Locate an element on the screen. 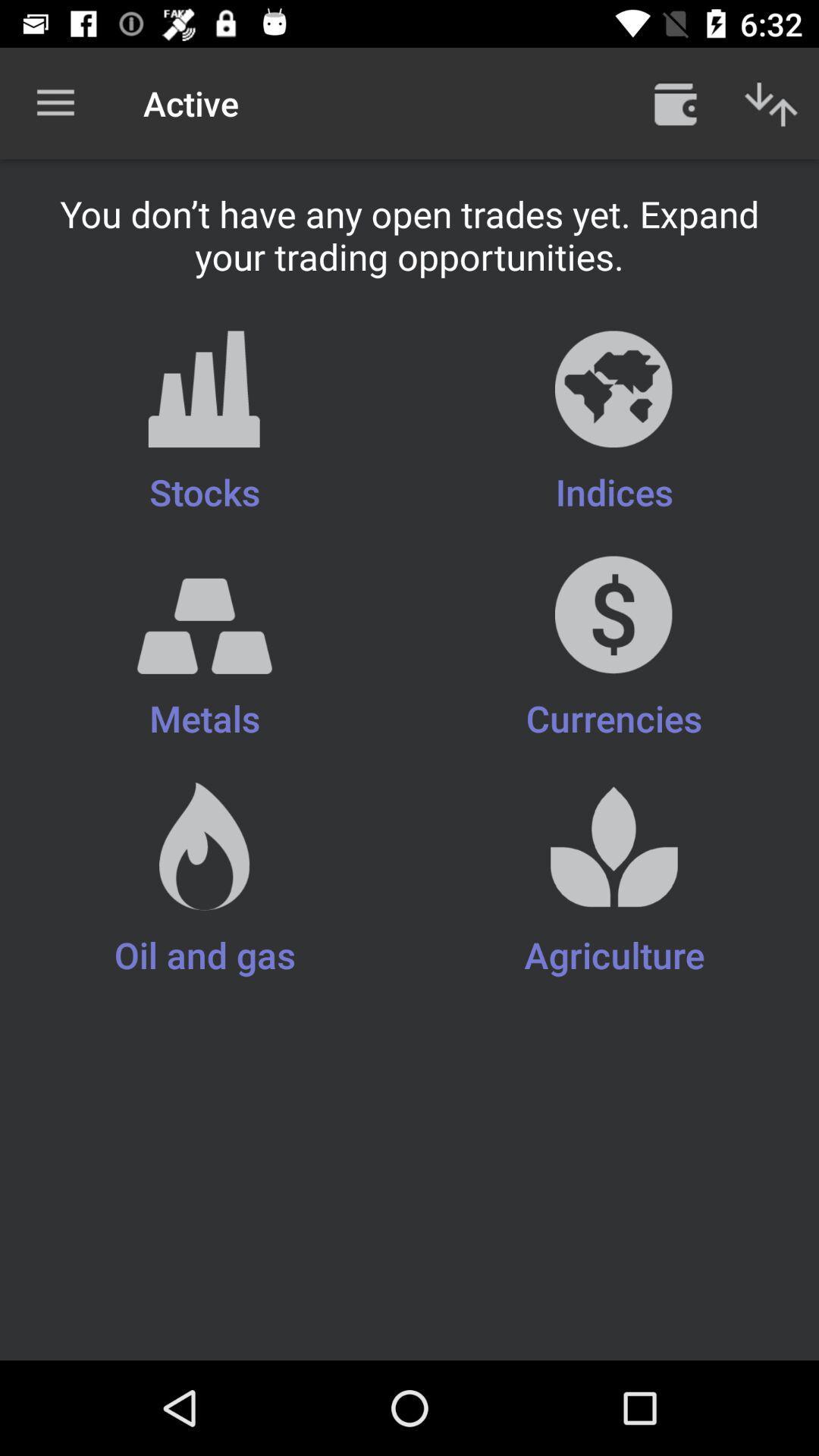 This screenshot has height=1456, width=819. the icon below you don t is located at coordinates (205, 423).